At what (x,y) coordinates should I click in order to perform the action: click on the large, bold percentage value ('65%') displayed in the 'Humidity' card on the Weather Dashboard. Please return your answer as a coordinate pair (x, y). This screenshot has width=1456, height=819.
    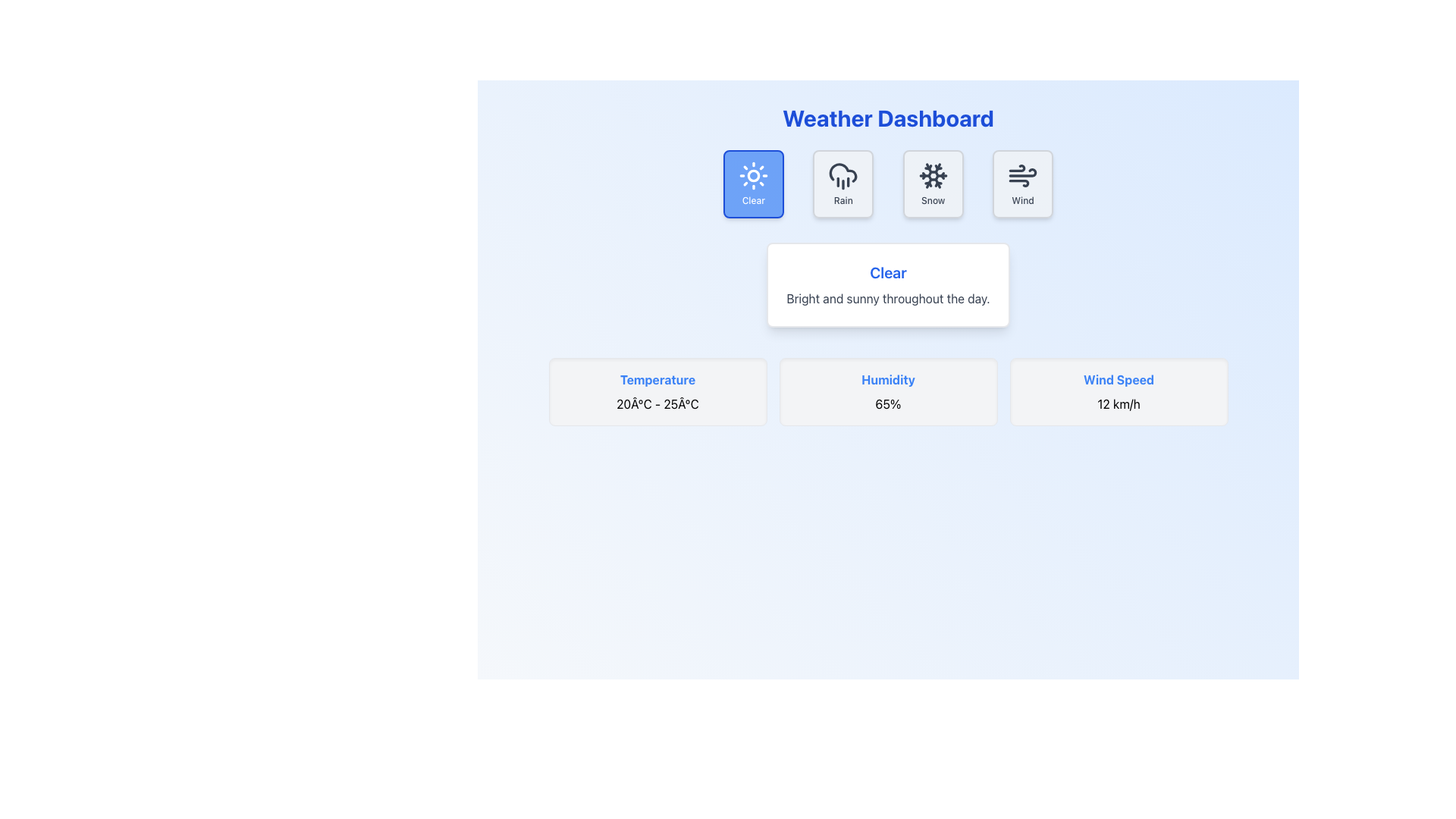
    Looking at the image, I should click on (888, 403).